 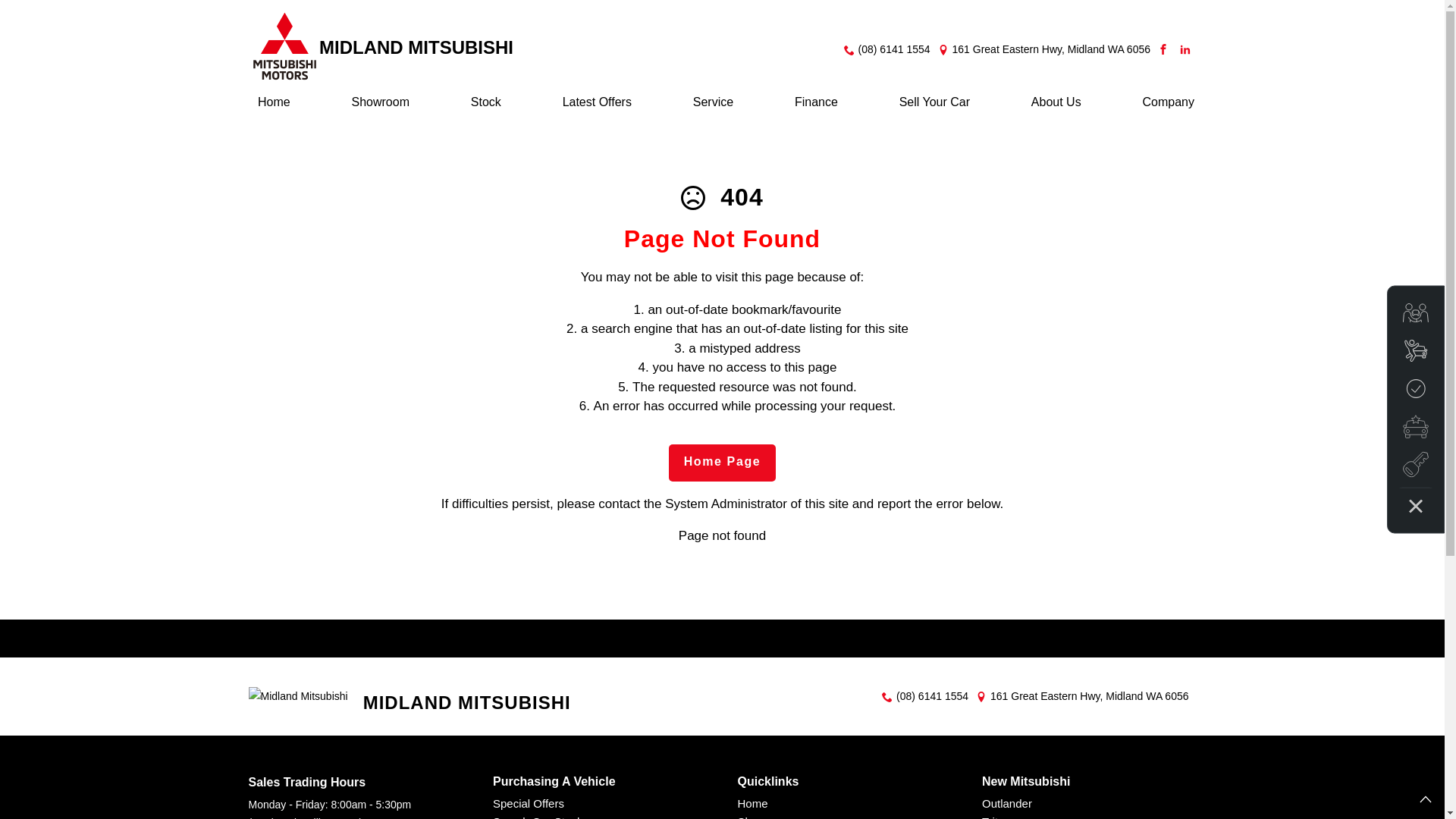 What do you see at coordinates (381, 49) in the screenshot?
I see `'MIDLAND MITSUBISHI'` at bounding box center [381, 49].